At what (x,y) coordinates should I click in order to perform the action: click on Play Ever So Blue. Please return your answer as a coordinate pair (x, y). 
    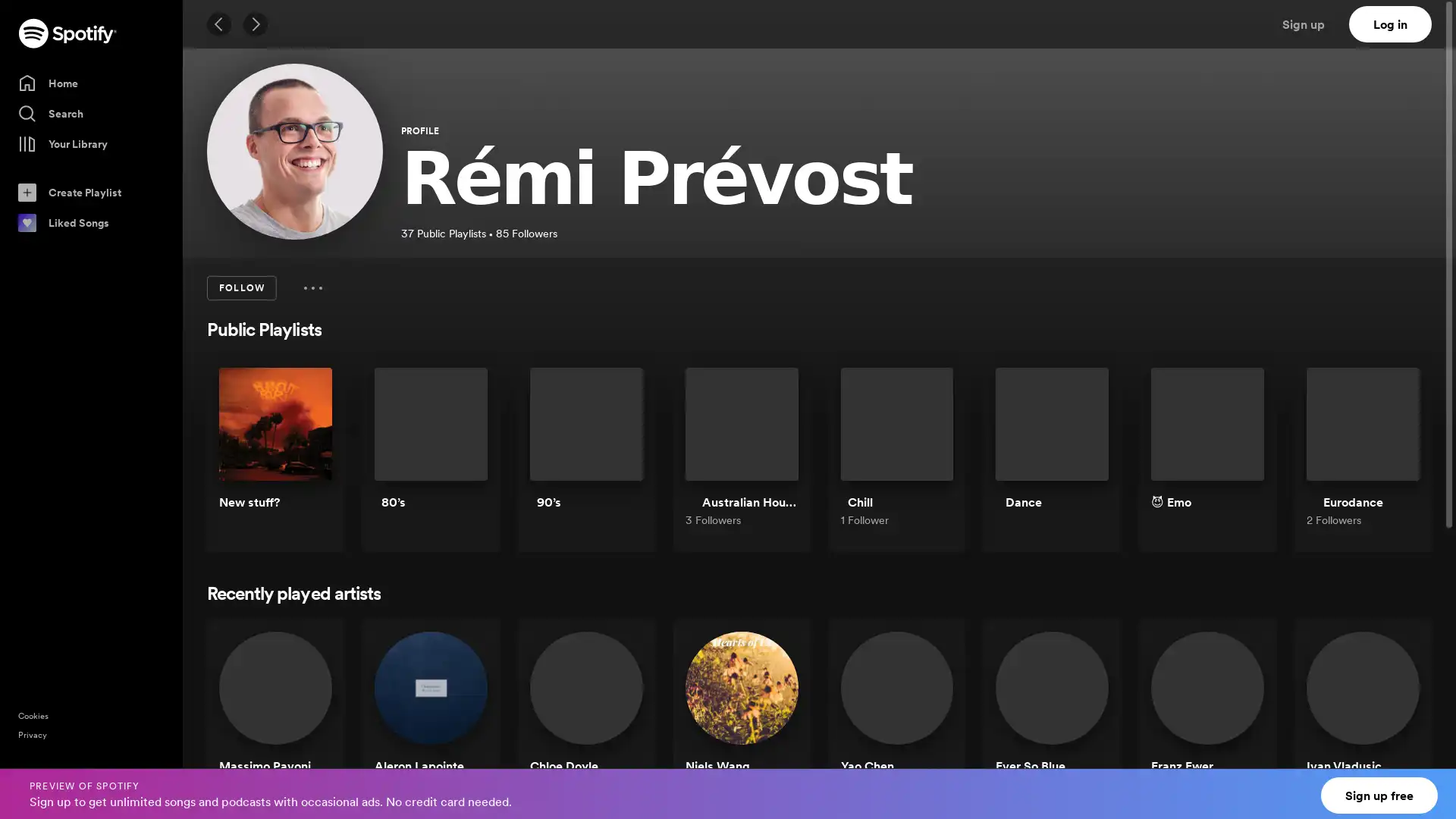
    Looking at the image, I should click on (1084, 724).